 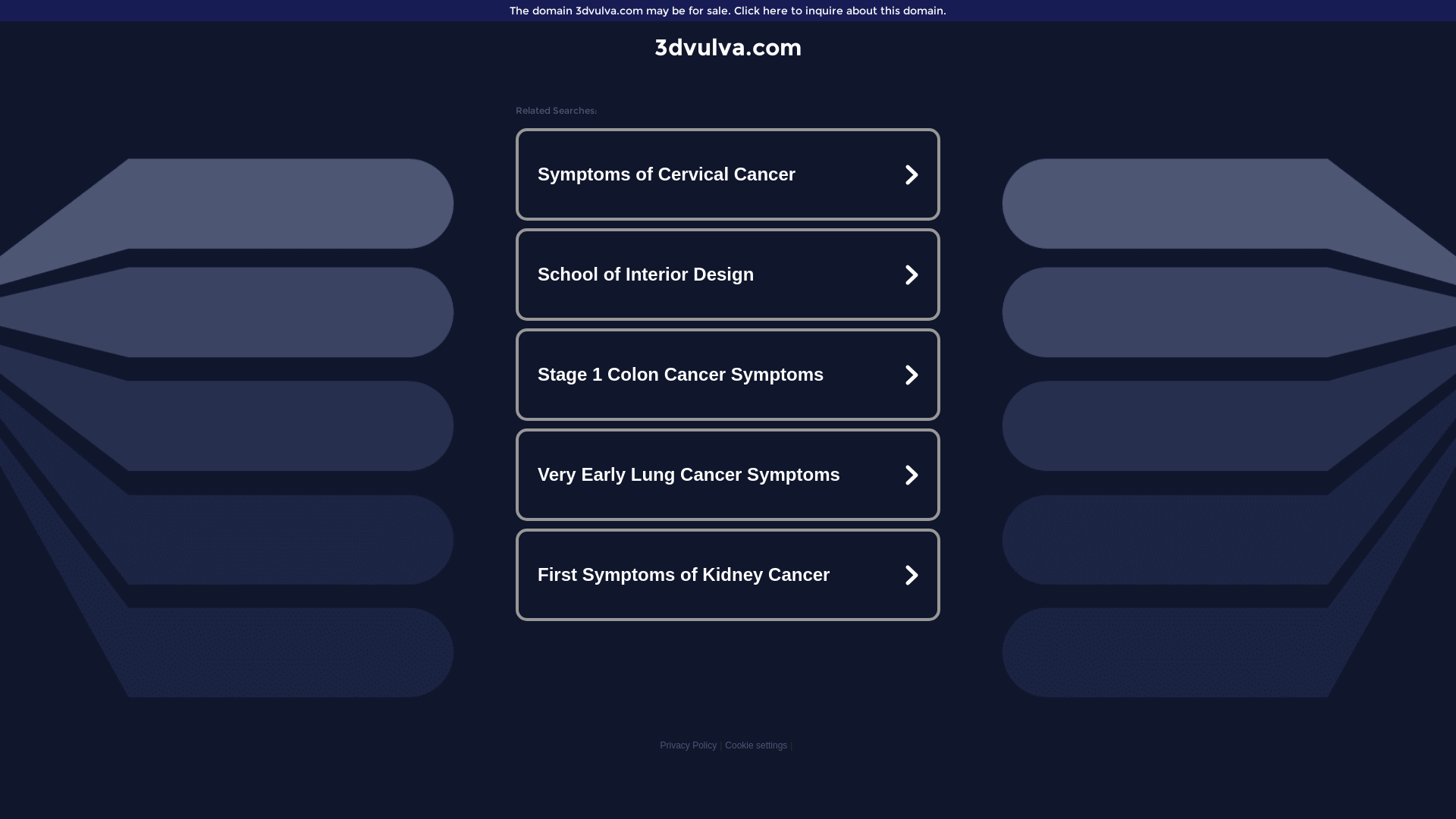 What do you see at coordinates (728, 374) in the screenshot?
I see `'Stage 1 Colon Cancer Symptoms'` at bounding box center [728, 374].